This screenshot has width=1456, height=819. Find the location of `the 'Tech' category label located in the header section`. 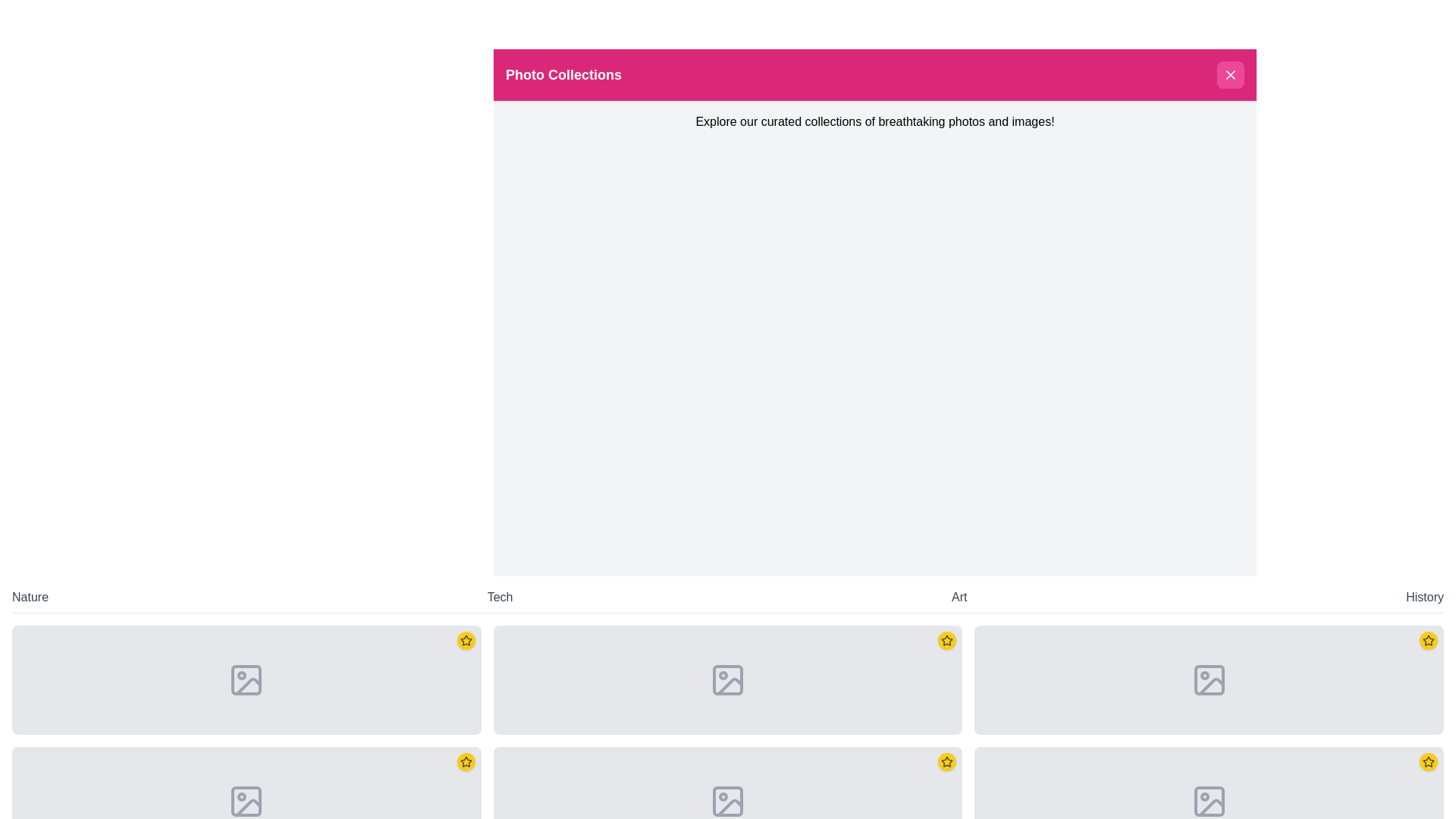

the 'Tech' category label located in the header section is located at coordinates (500, 596).